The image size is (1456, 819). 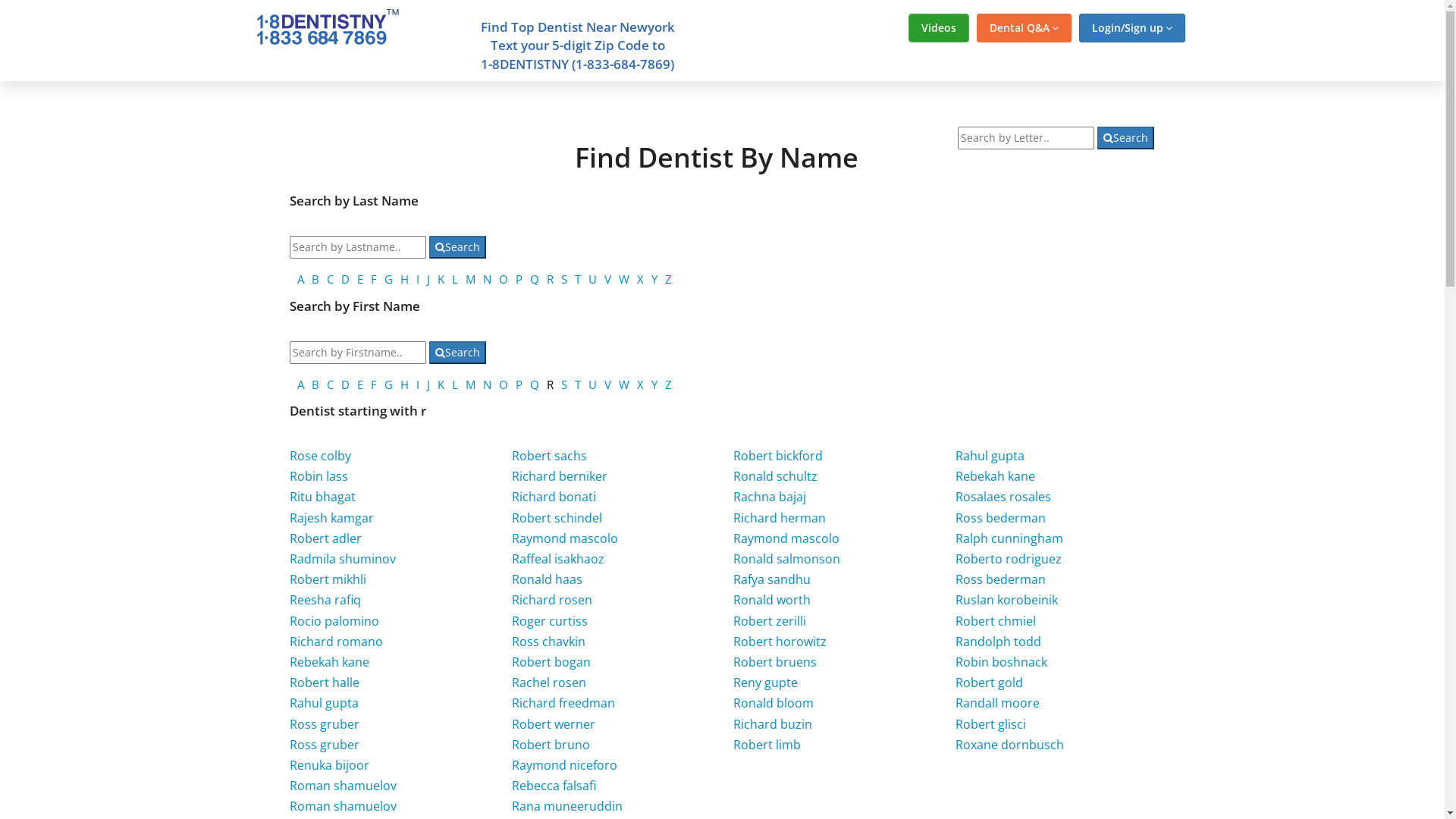 I want to click on 'Search', so click(x=457, y=246).